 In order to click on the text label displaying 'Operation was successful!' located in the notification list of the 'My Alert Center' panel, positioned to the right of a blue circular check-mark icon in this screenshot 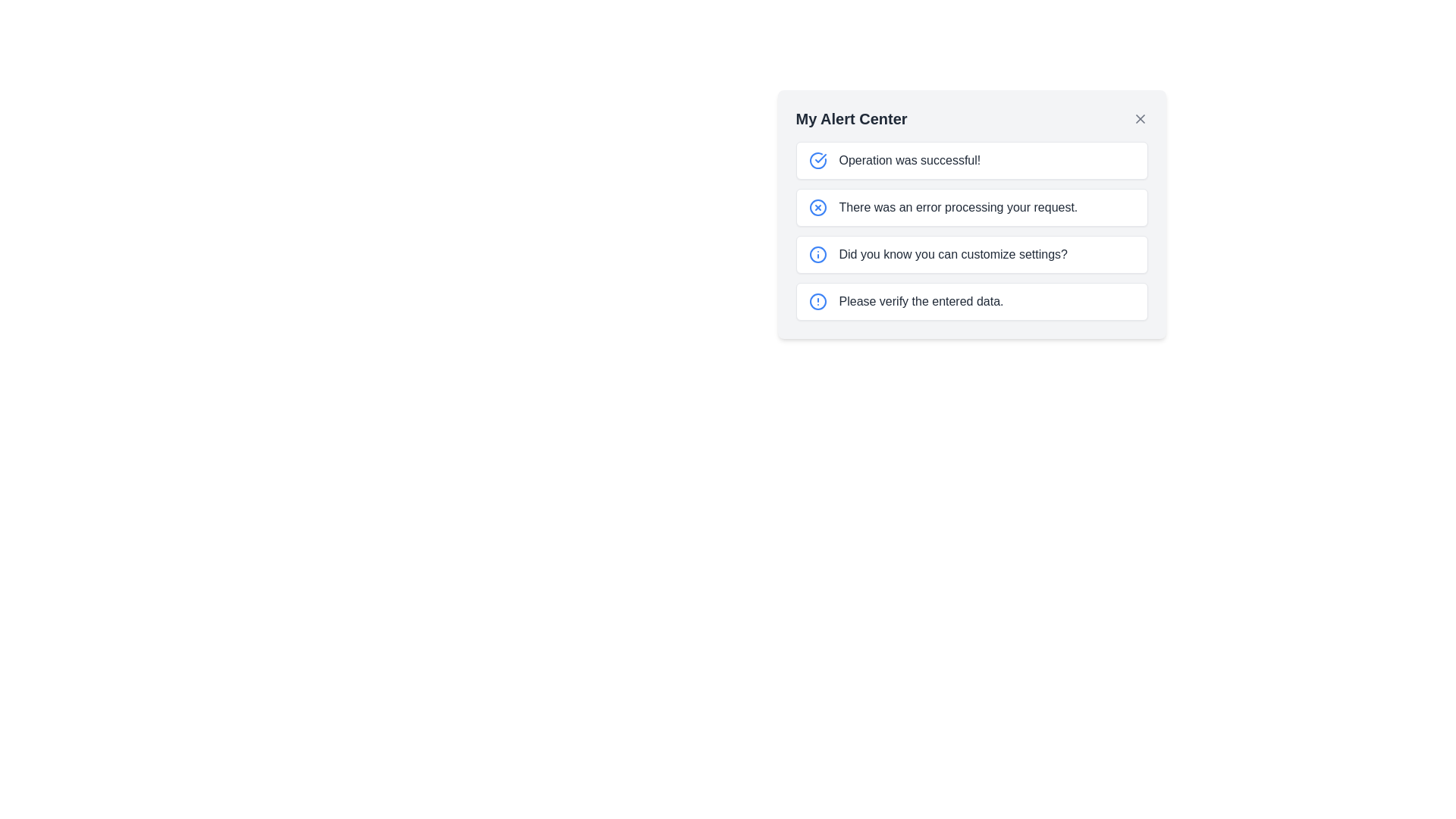, I will do `click(909, 161)`.